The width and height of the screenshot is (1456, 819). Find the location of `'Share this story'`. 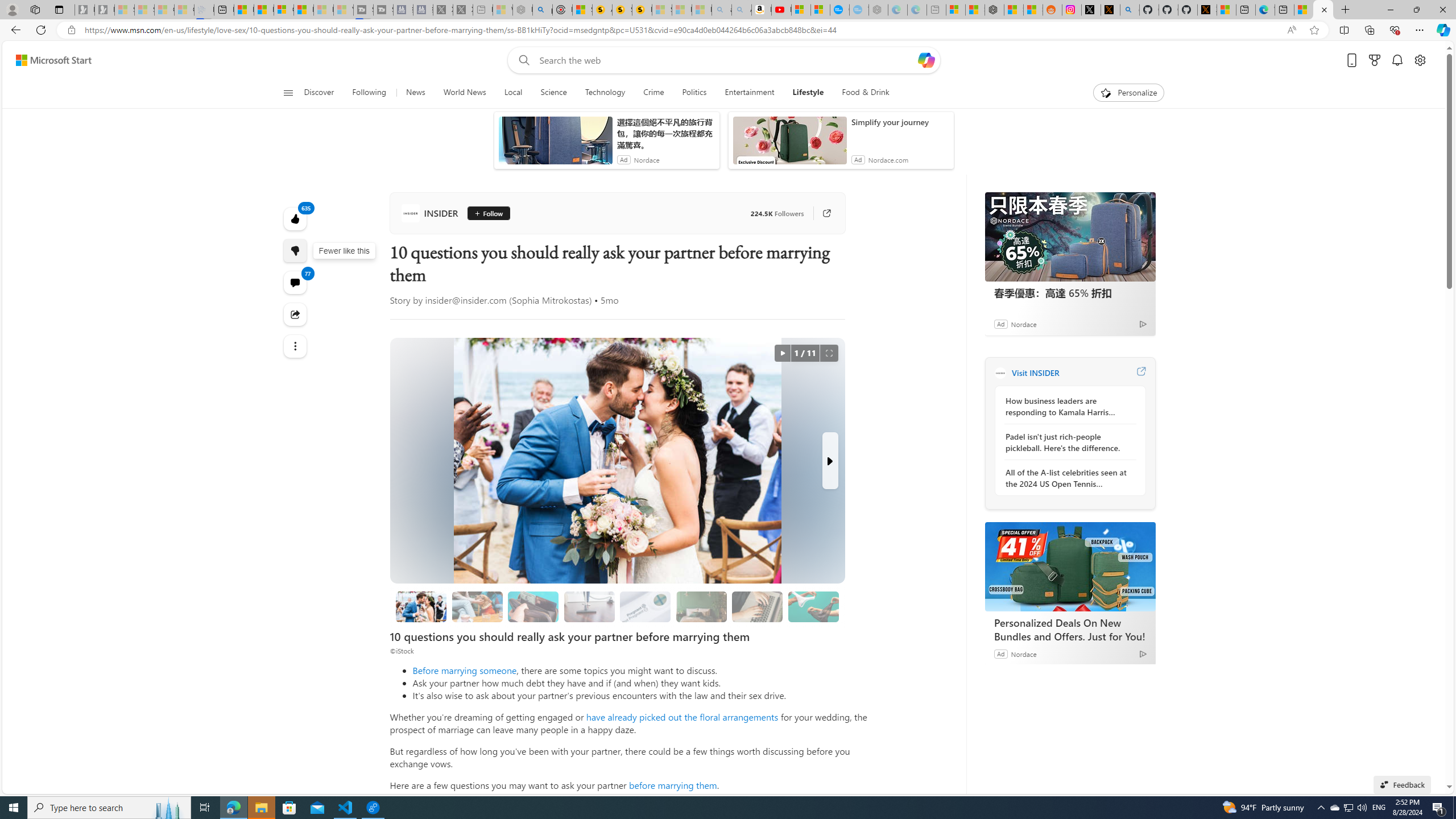

'Share this story' is located at coordinates (295, 313).